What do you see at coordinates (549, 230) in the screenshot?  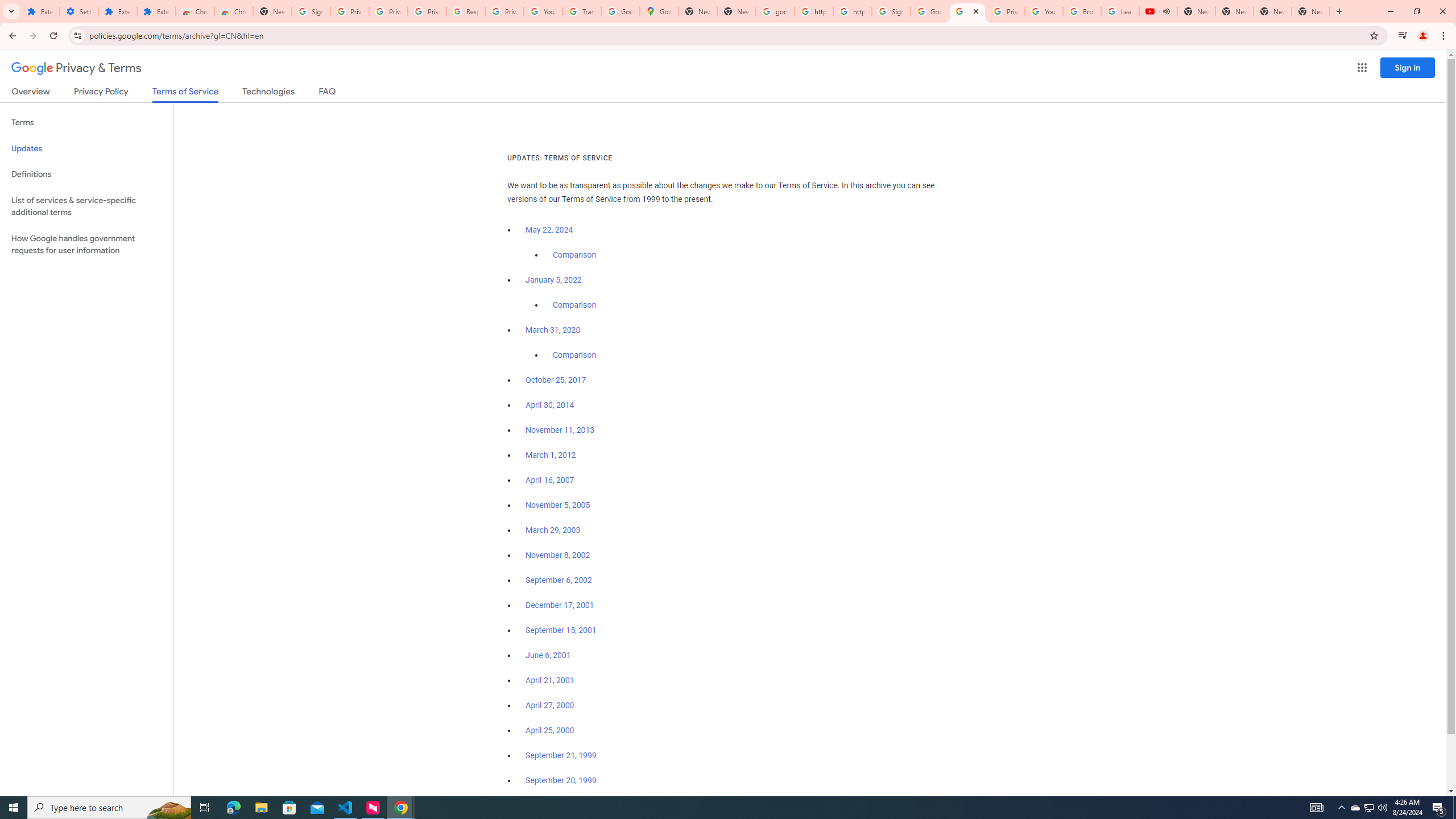 I see `'May 22, 2024'` at bounding box center [549, 230].